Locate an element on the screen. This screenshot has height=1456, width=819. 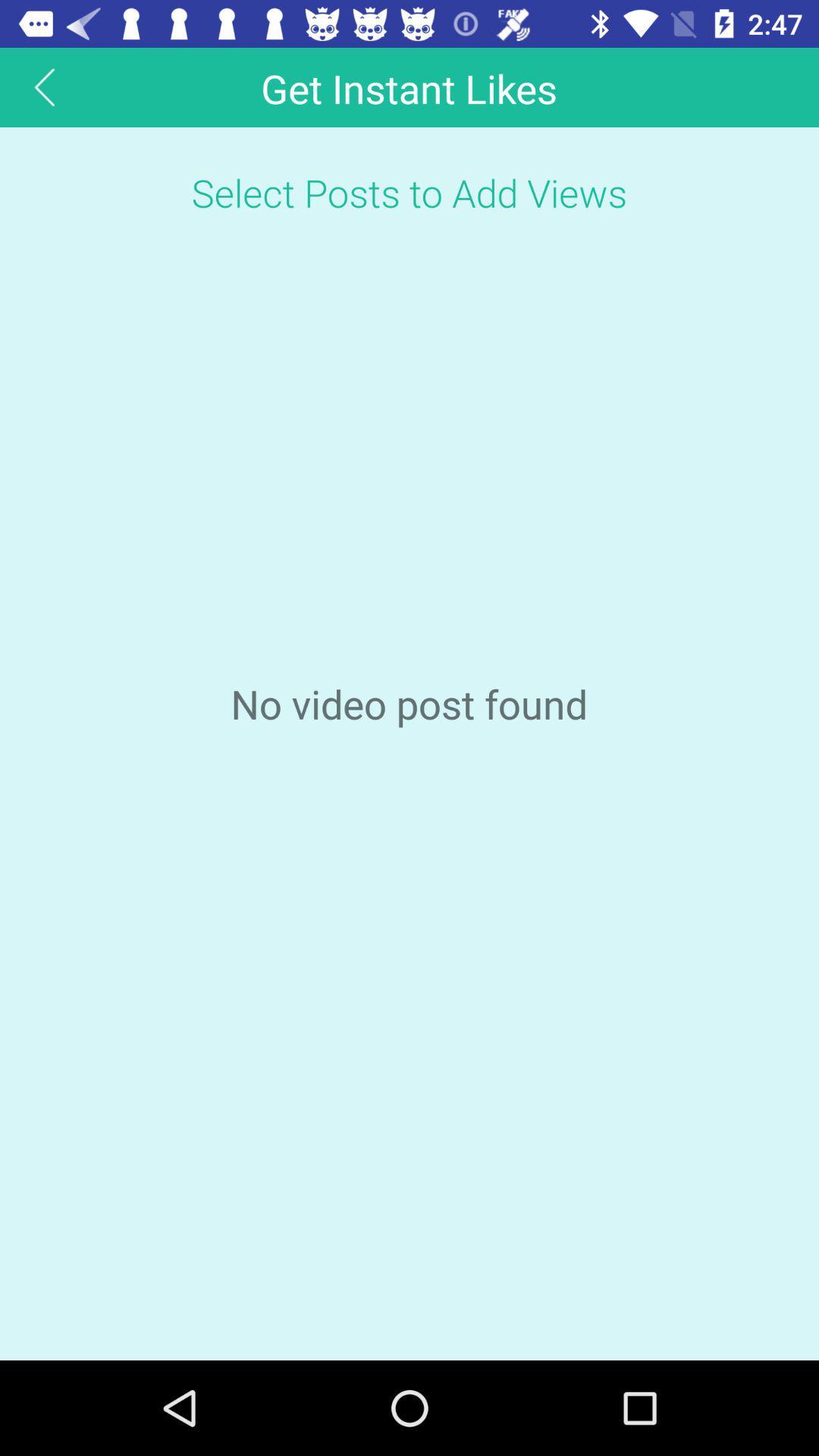
the icon at the top left corner is located at coordinates (44, 86).